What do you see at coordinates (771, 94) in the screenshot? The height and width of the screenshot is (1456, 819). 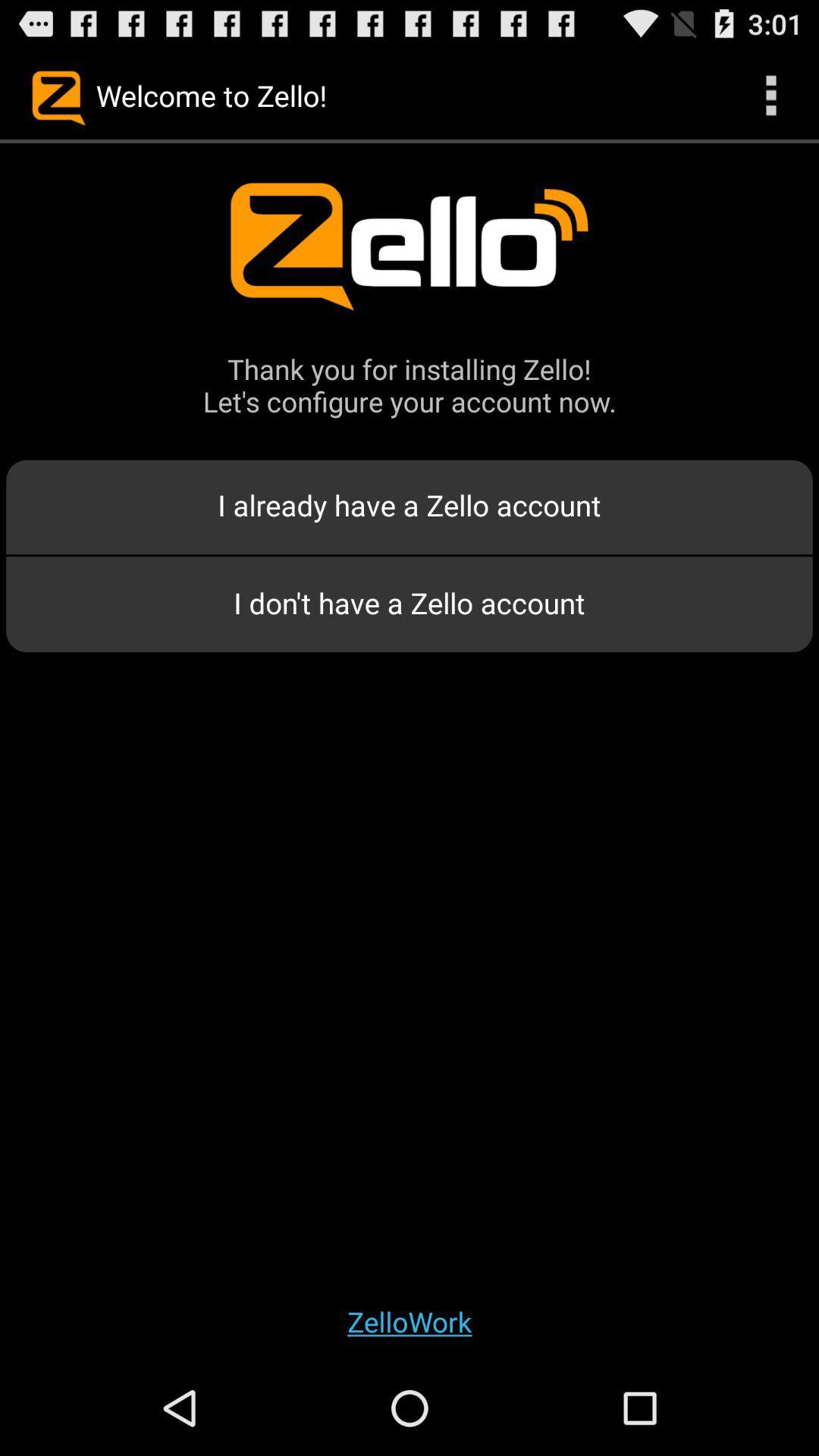 I see `icon to the right of the welcome to zello!` at bounding box center [771, 94].